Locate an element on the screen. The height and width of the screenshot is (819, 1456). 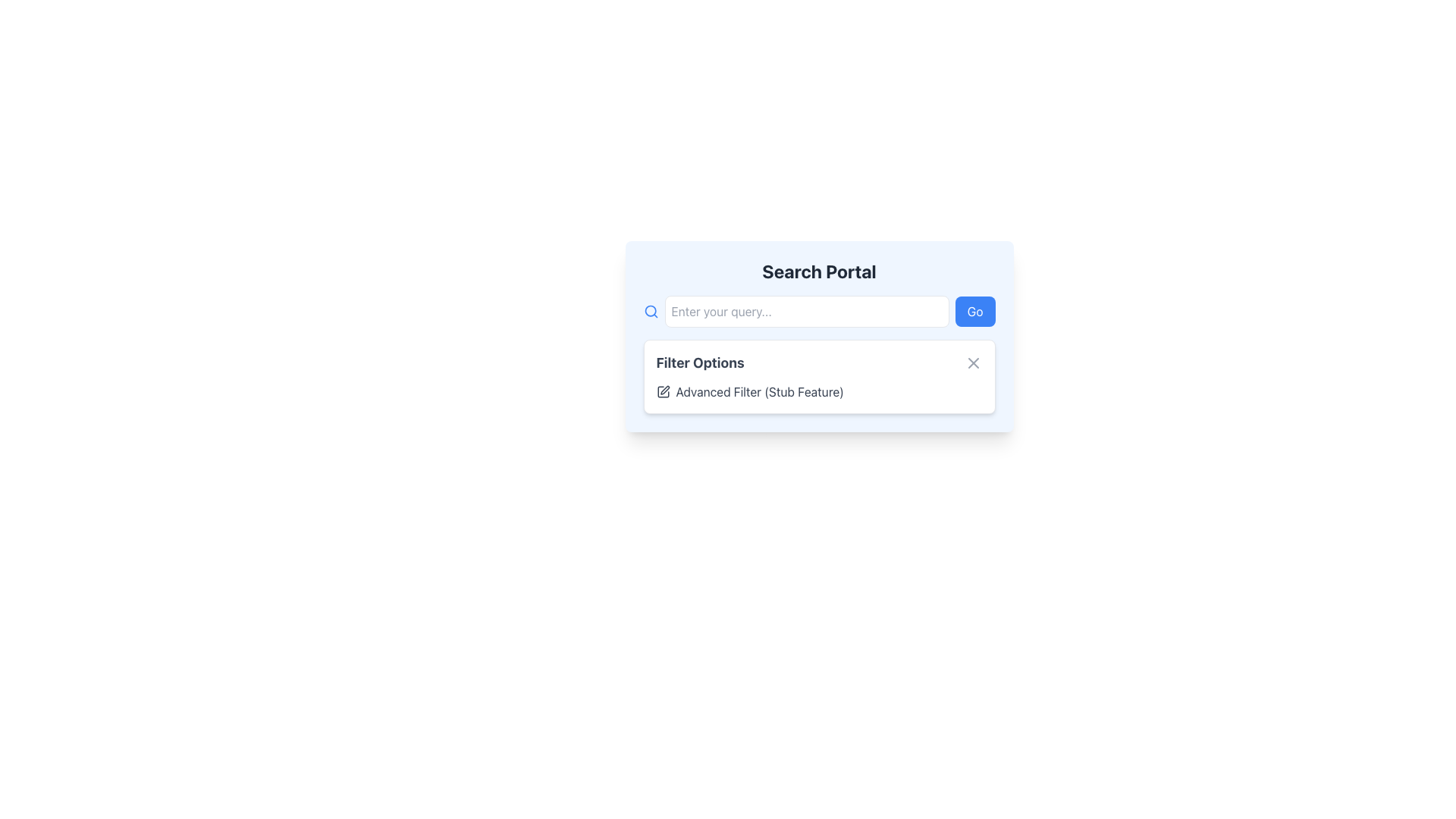
the pen-shaped icon preceding the label 'Advanced Filter (Stub Feature)' is located at coordinates (664, 389).